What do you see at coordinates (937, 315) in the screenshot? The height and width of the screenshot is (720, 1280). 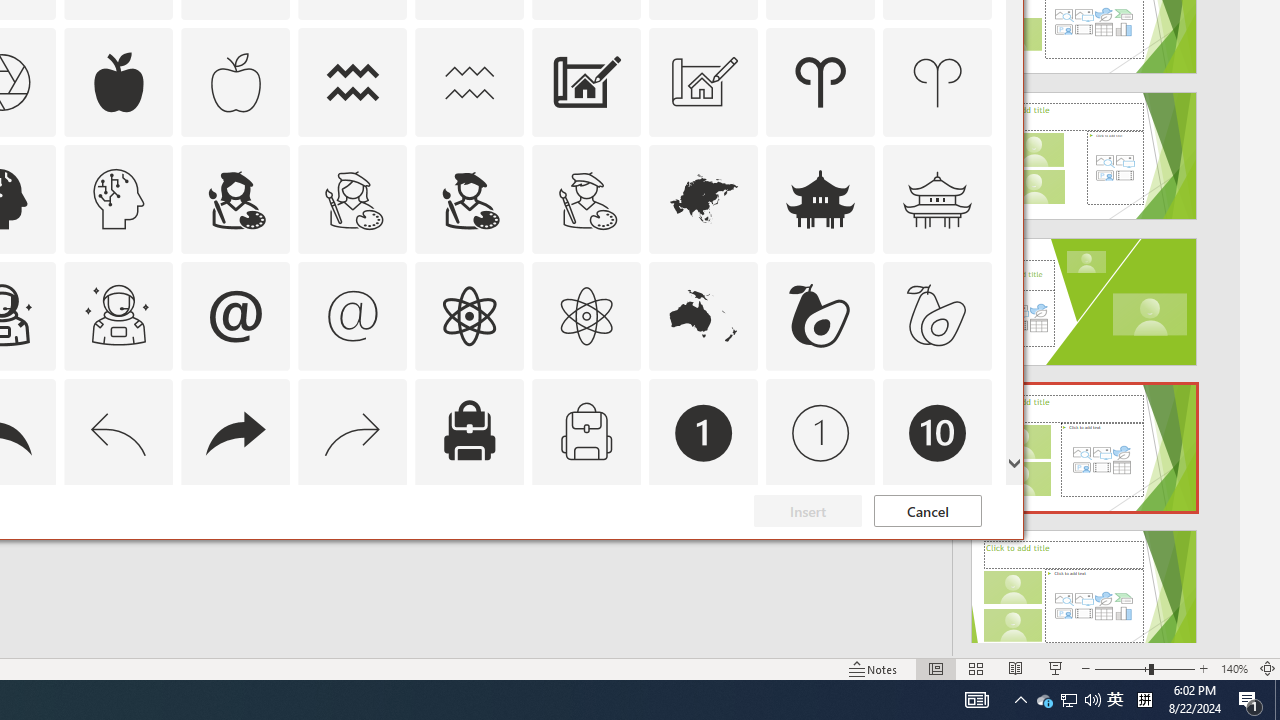 I see `'AutomationID: Icons_Avocado_M'` at bounding box center [937, 315].